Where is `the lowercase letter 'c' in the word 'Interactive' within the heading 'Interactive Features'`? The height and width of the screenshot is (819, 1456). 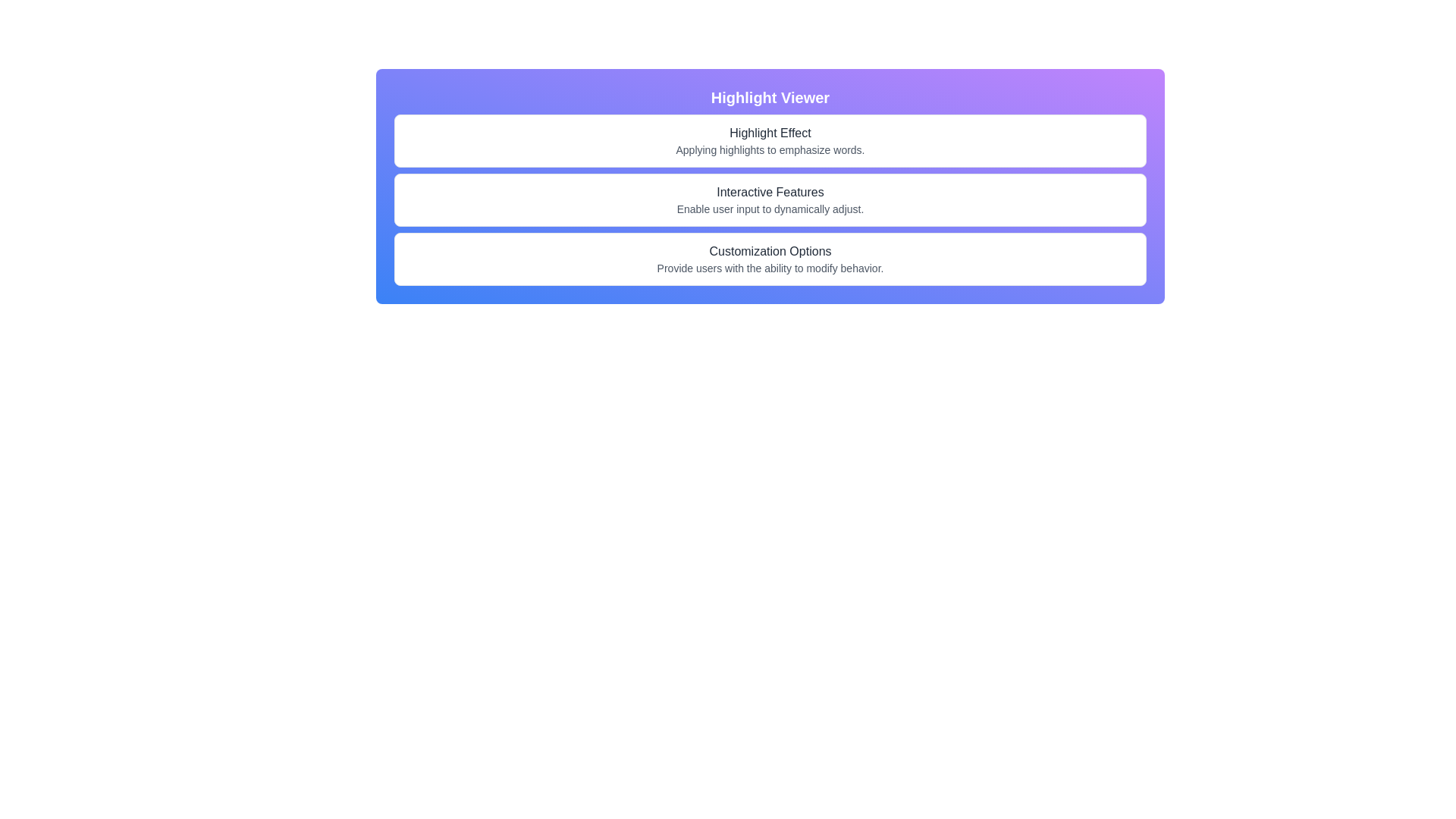 the lowercase letter 'c' in the word 'Interactive' within the heading 'Interactive Features' is located at coordinates (751, 191).